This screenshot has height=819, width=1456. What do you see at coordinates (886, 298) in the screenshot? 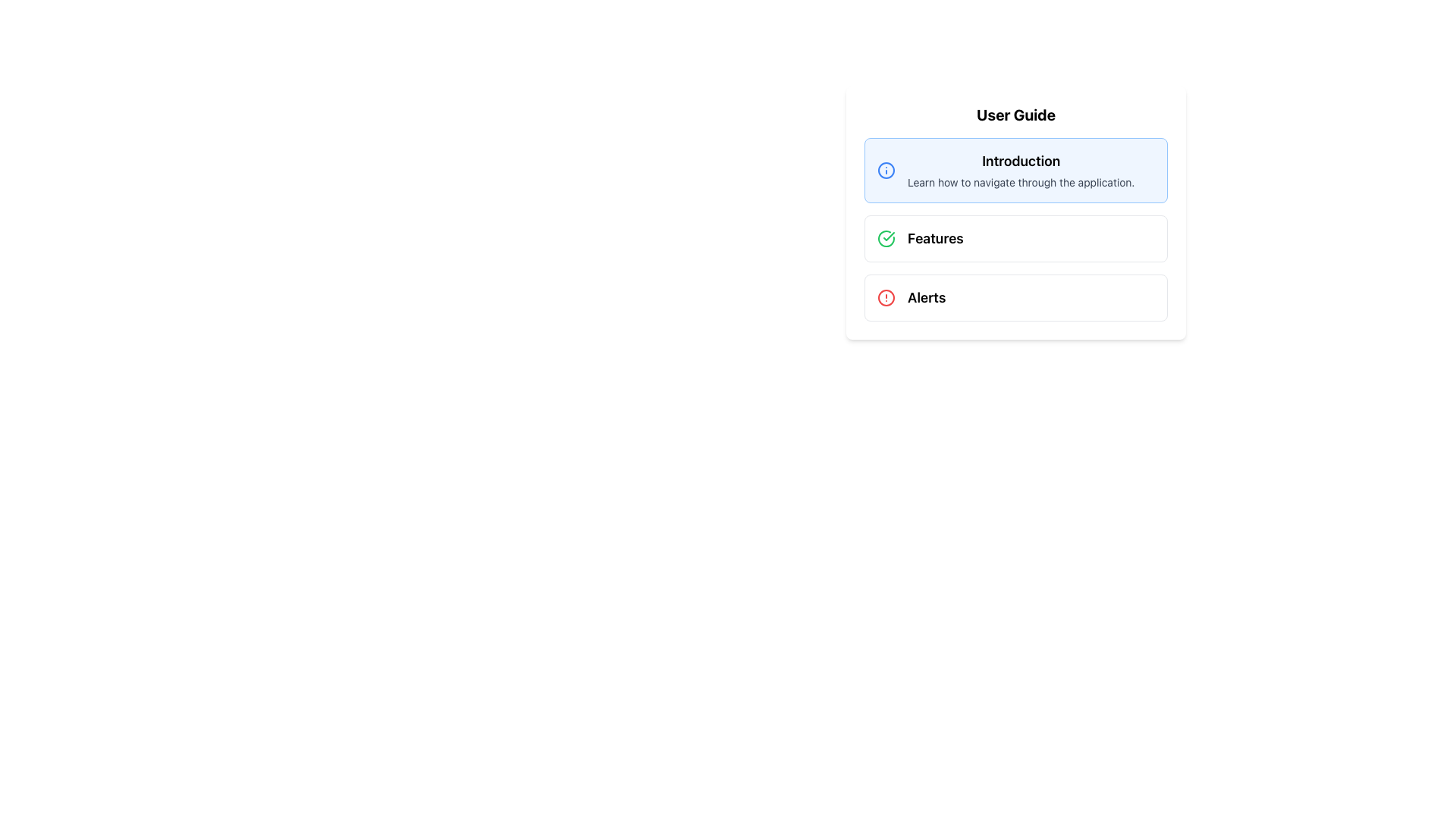
I see `red circular alert icon located to the left of the 'Alerts' label in the options list for its graphical properties` at bounding box center [886, 298].